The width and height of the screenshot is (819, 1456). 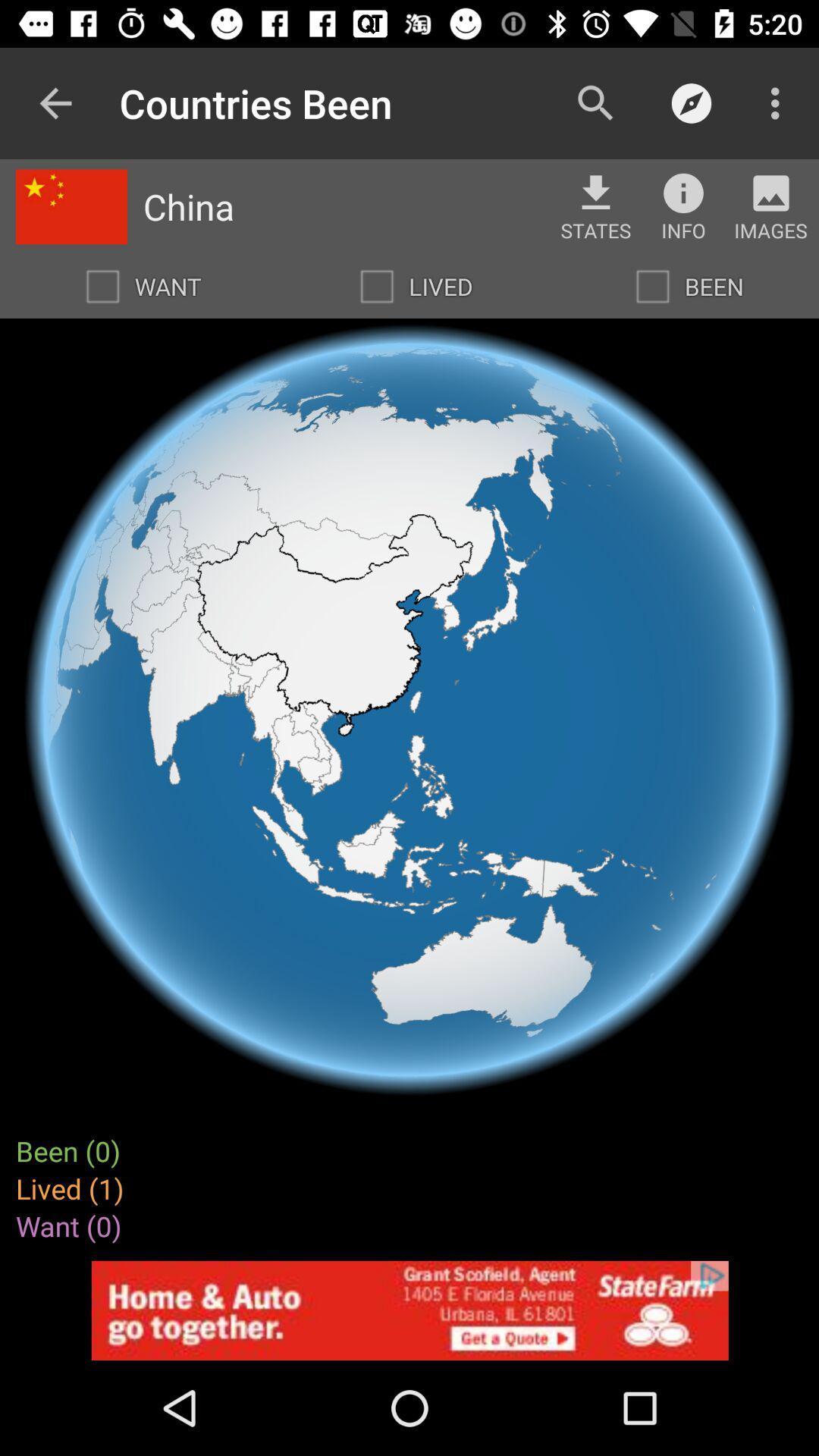 What do you see at coordinates (409, 1310) in the screenshot?
I see `advertising` at bounding box center [409, 1310].